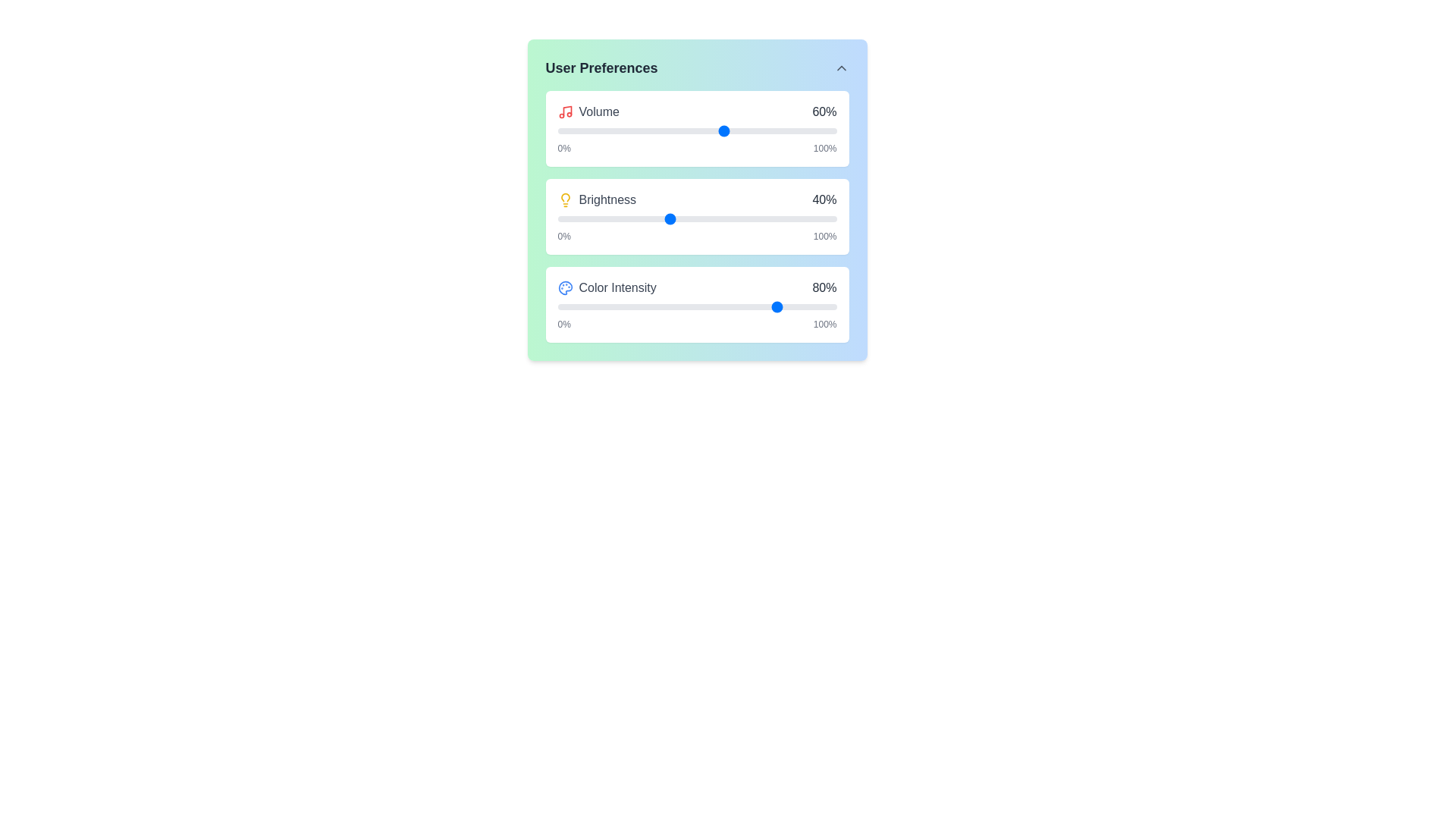 Image resolution: width=1456 pixels, height=819 pixels. I want to click on the Range slider located below the 'Color Intensity' label and above the '0%' and '100%' labels to receive feedback, so click(696, 307).